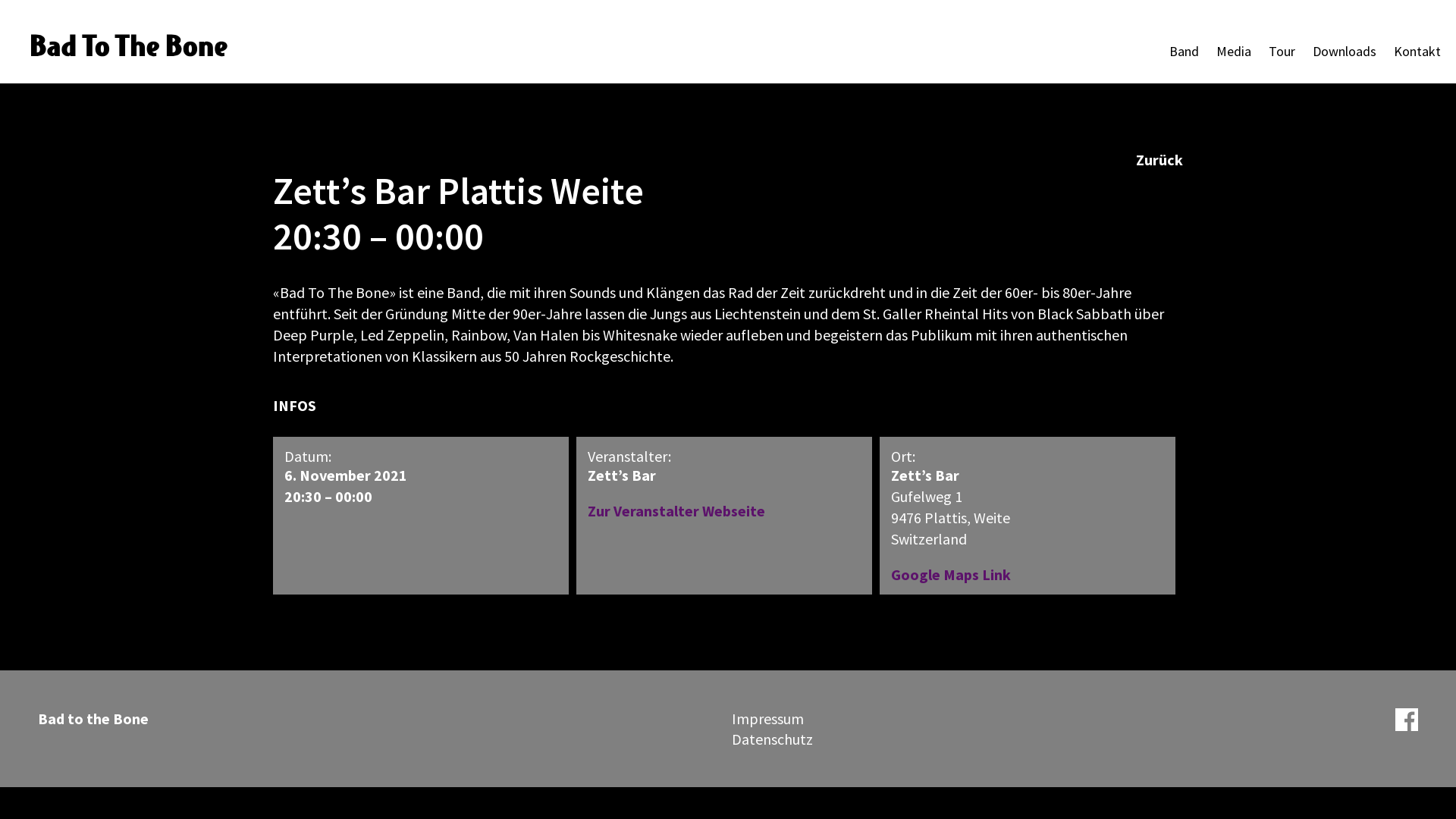  I want to click on 'Zur Veranstalter Webseite', so click(676, 510).